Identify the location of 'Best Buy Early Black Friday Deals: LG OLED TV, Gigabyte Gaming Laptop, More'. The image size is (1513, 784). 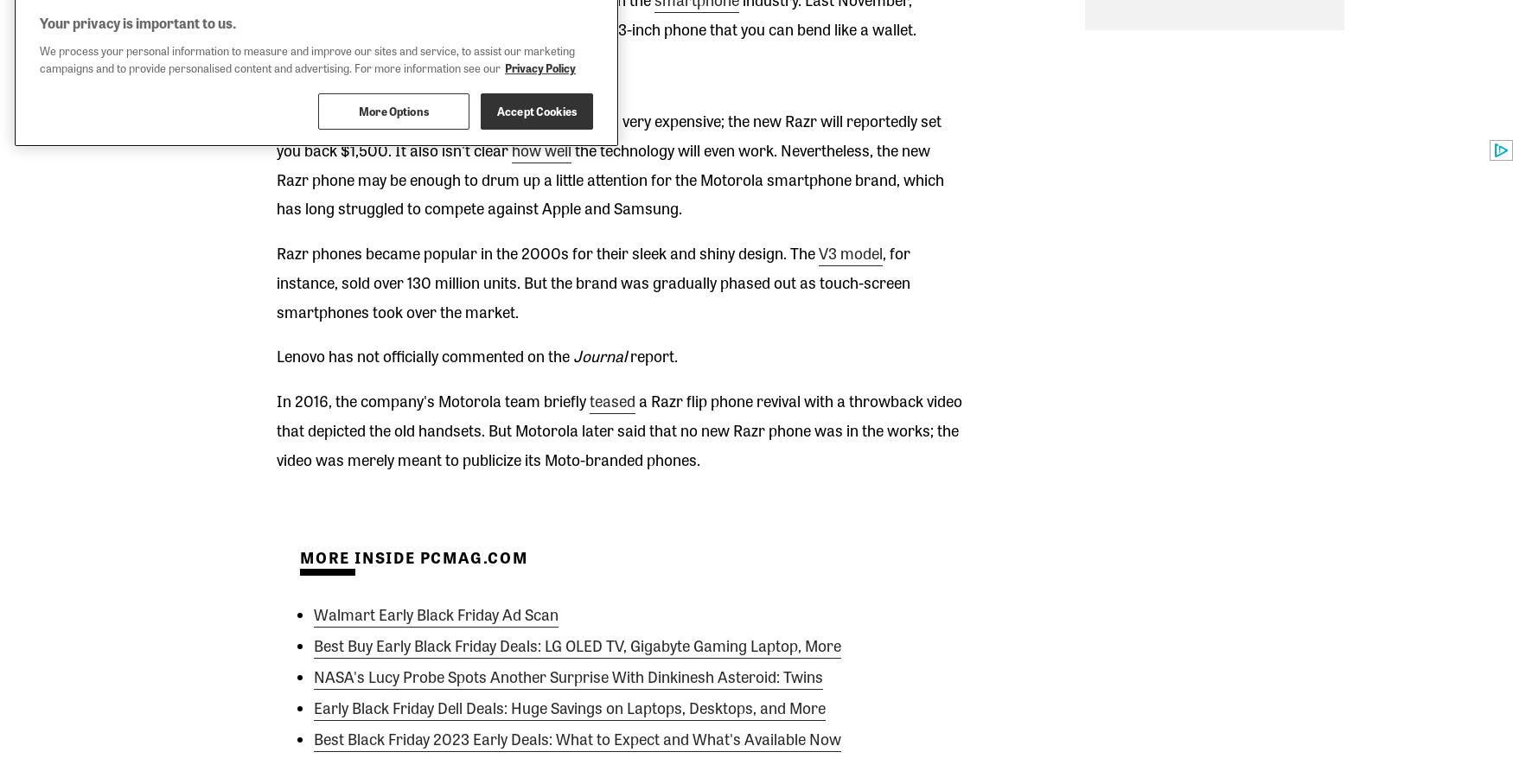
(313, 643).